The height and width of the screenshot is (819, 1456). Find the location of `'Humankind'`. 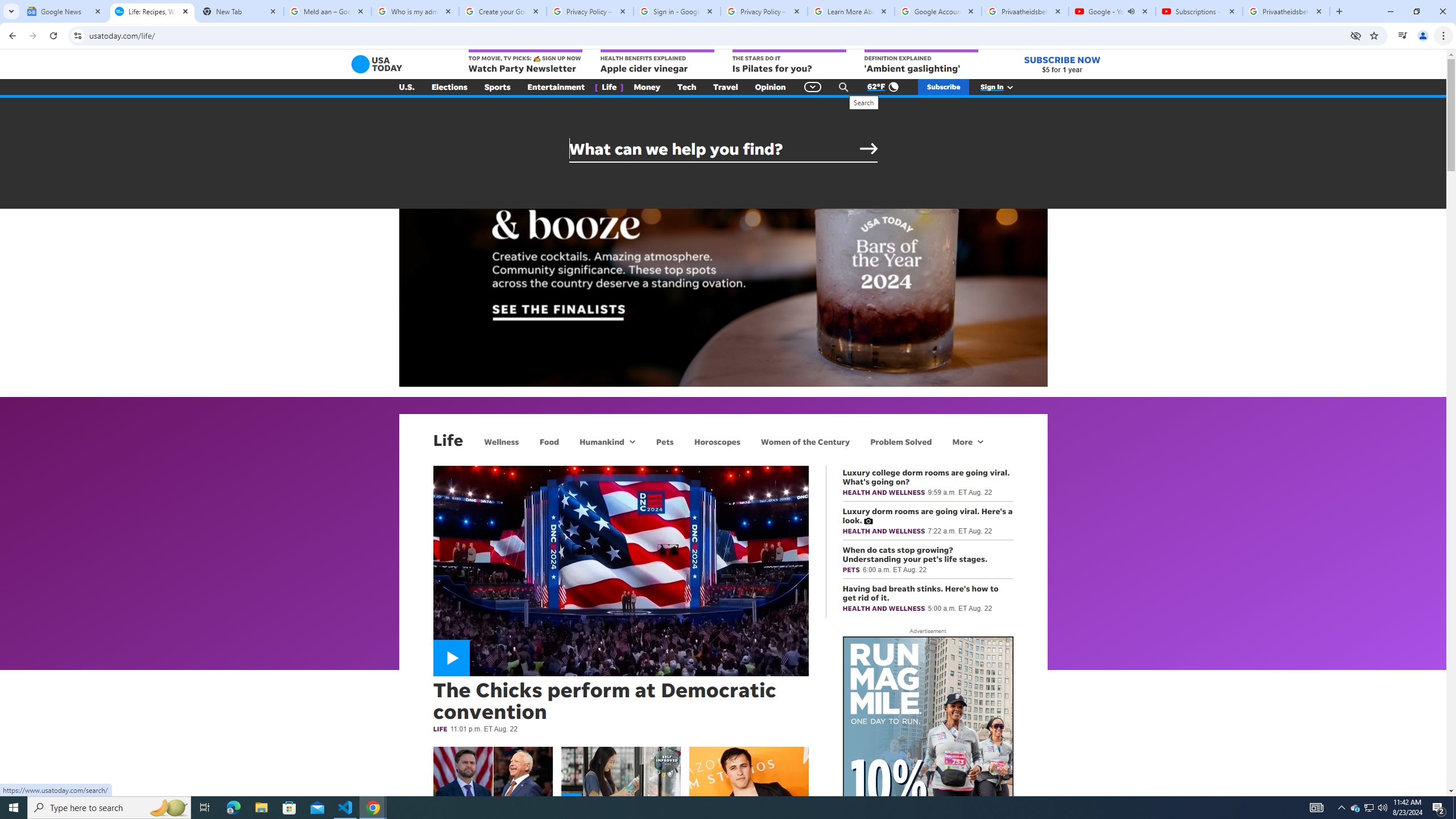

'Humankind' is located at coordinates (600, 441).